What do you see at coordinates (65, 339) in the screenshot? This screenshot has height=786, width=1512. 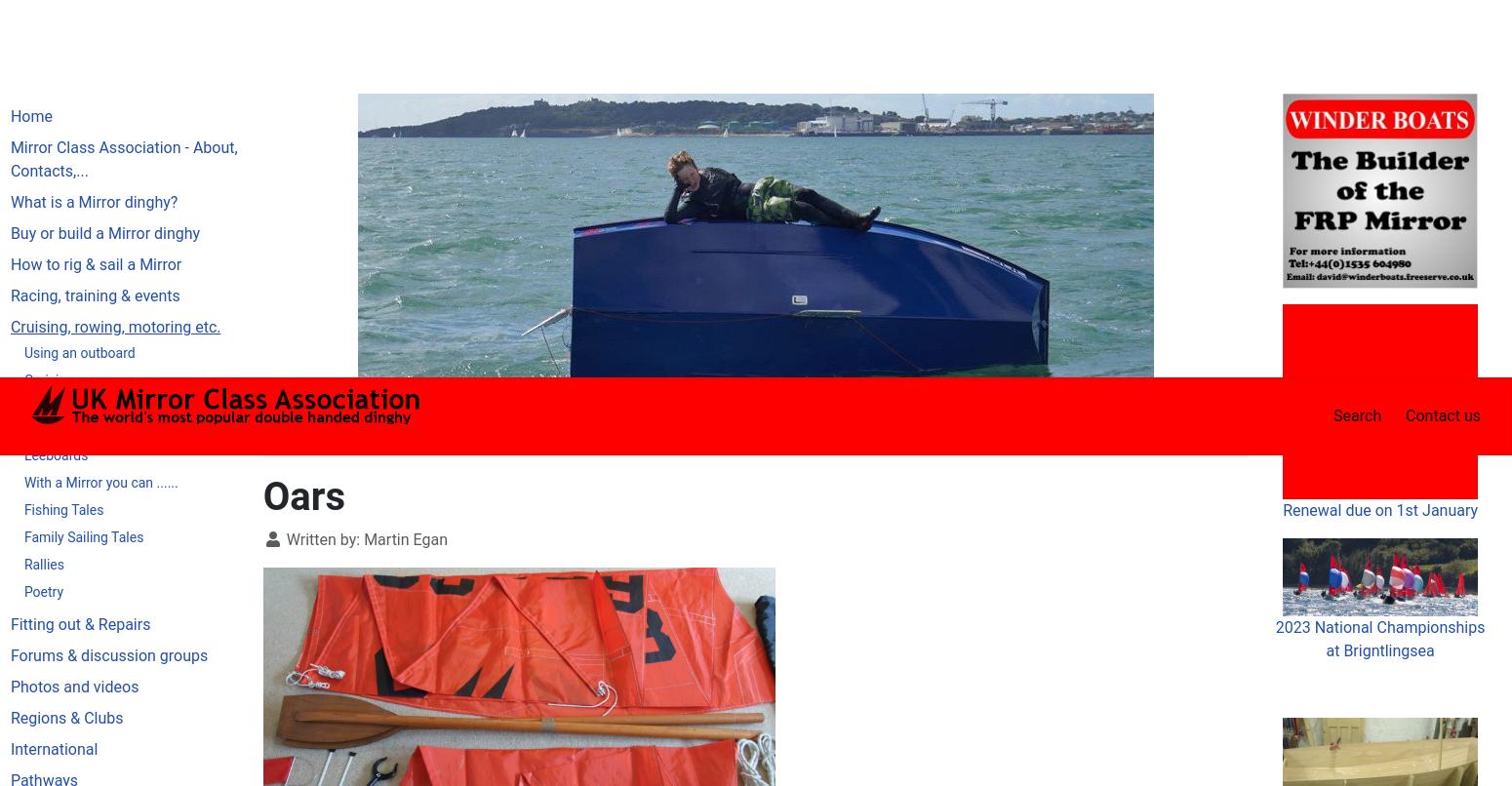 I see `'Regions & Clubs'` at bounding box center [65, 339].